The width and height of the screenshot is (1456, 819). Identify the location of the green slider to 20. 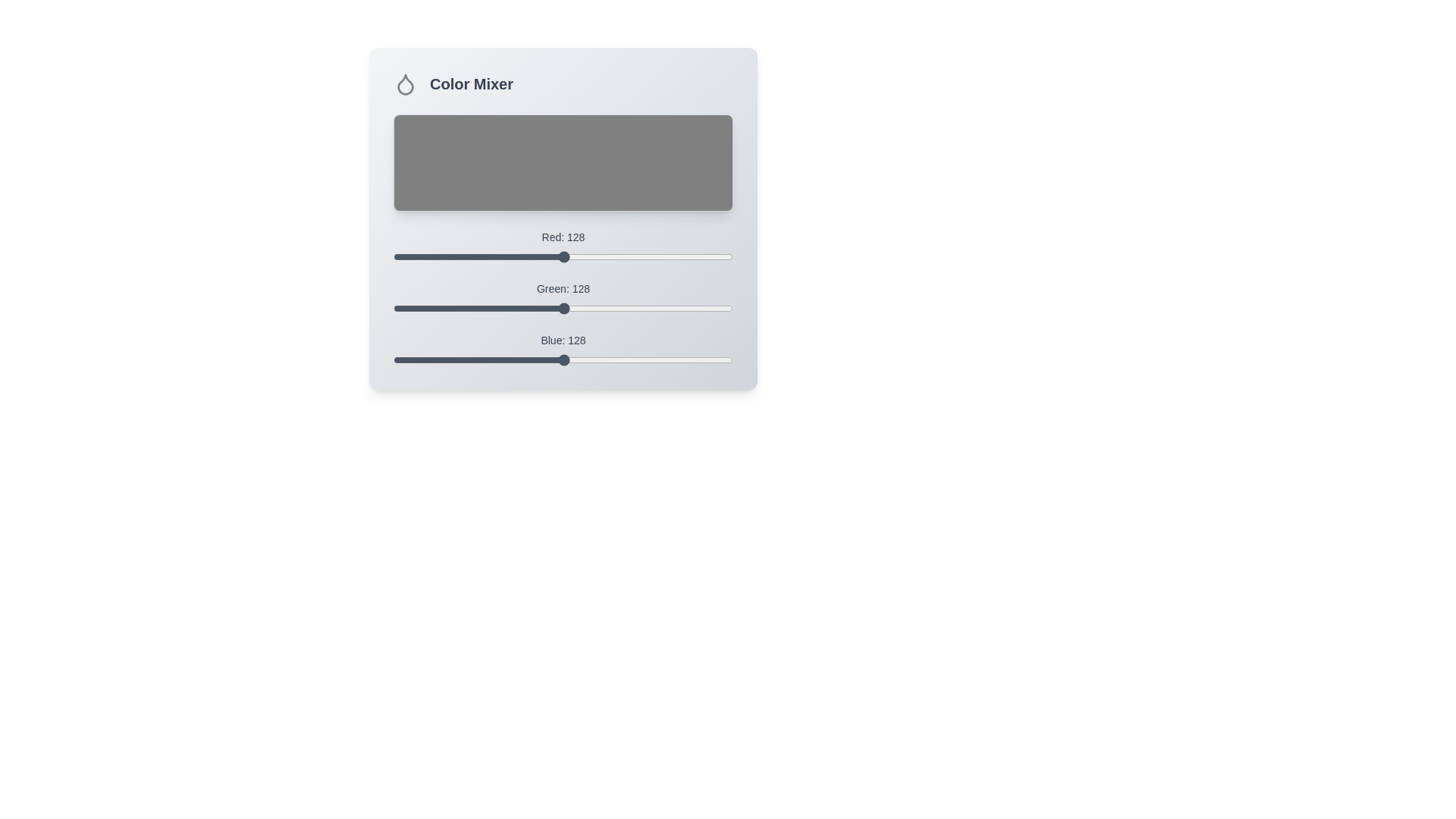
(420, 308).